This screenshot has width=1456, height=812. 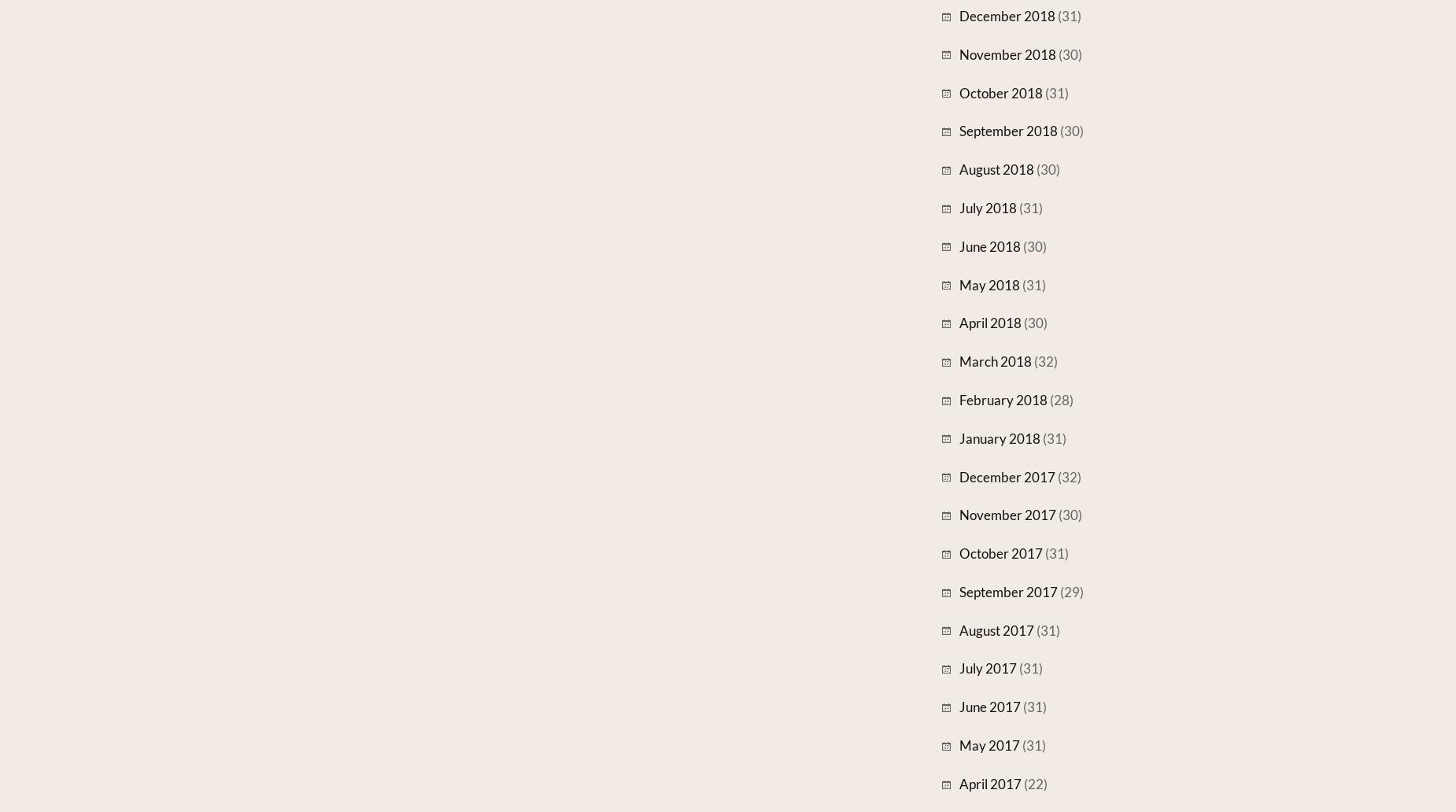 I want to click on 'January 2018', so click(x=999, y=437).